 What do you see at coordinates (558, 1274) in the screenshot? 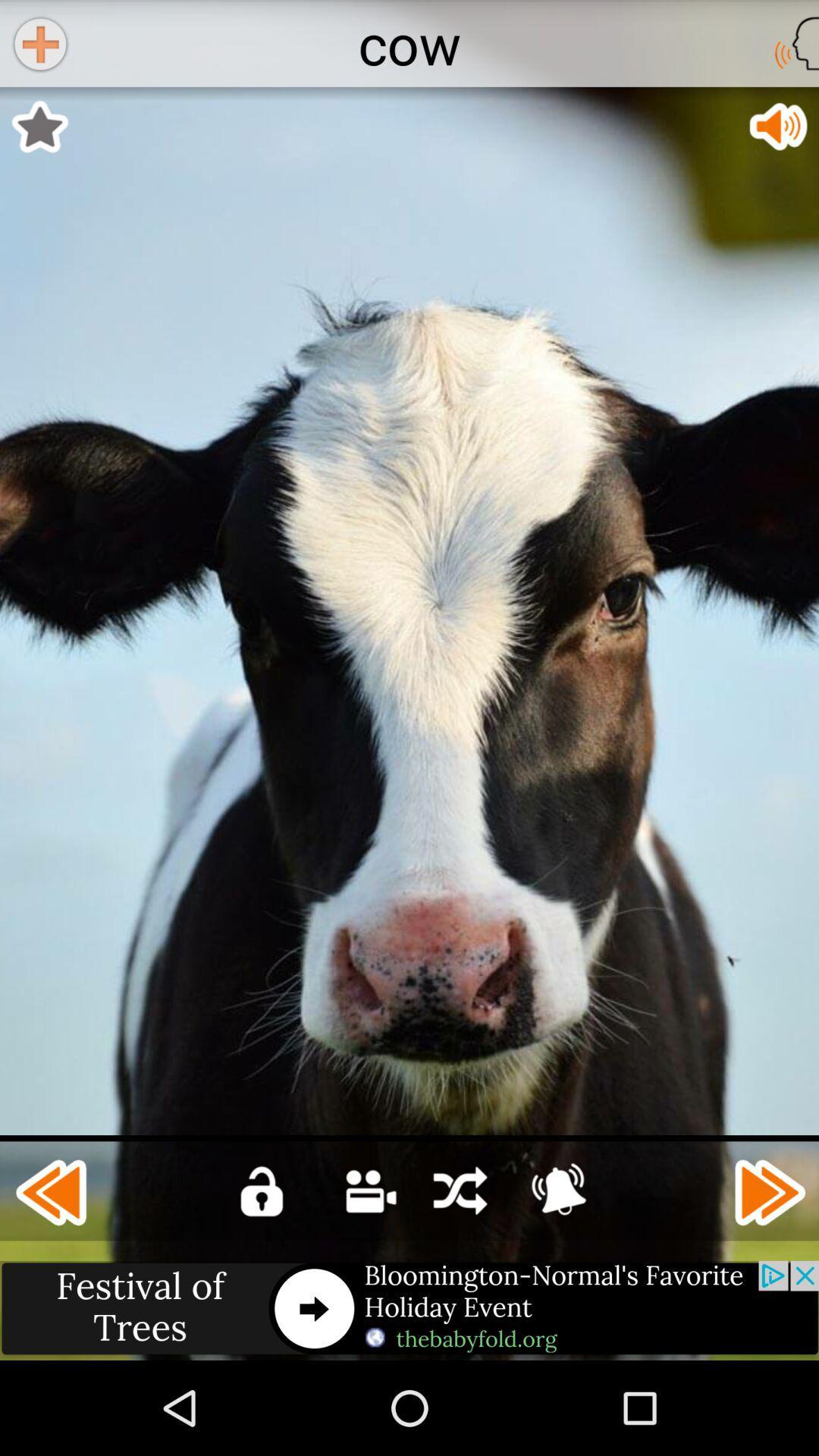
I see `the notifications icon` at bounding box center [558, 1274].